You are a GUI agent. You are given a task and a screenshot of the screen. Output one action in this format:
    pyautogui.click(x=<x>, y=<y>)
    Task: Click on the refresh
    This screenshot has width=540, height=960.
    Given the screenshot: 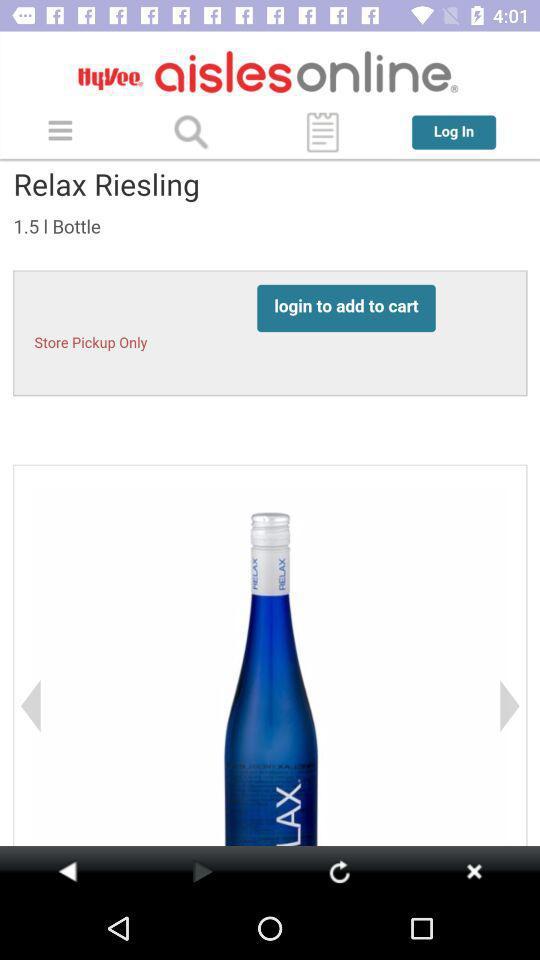 What is the action you would take?
    pyautogui.click(x=338, y=870)
    